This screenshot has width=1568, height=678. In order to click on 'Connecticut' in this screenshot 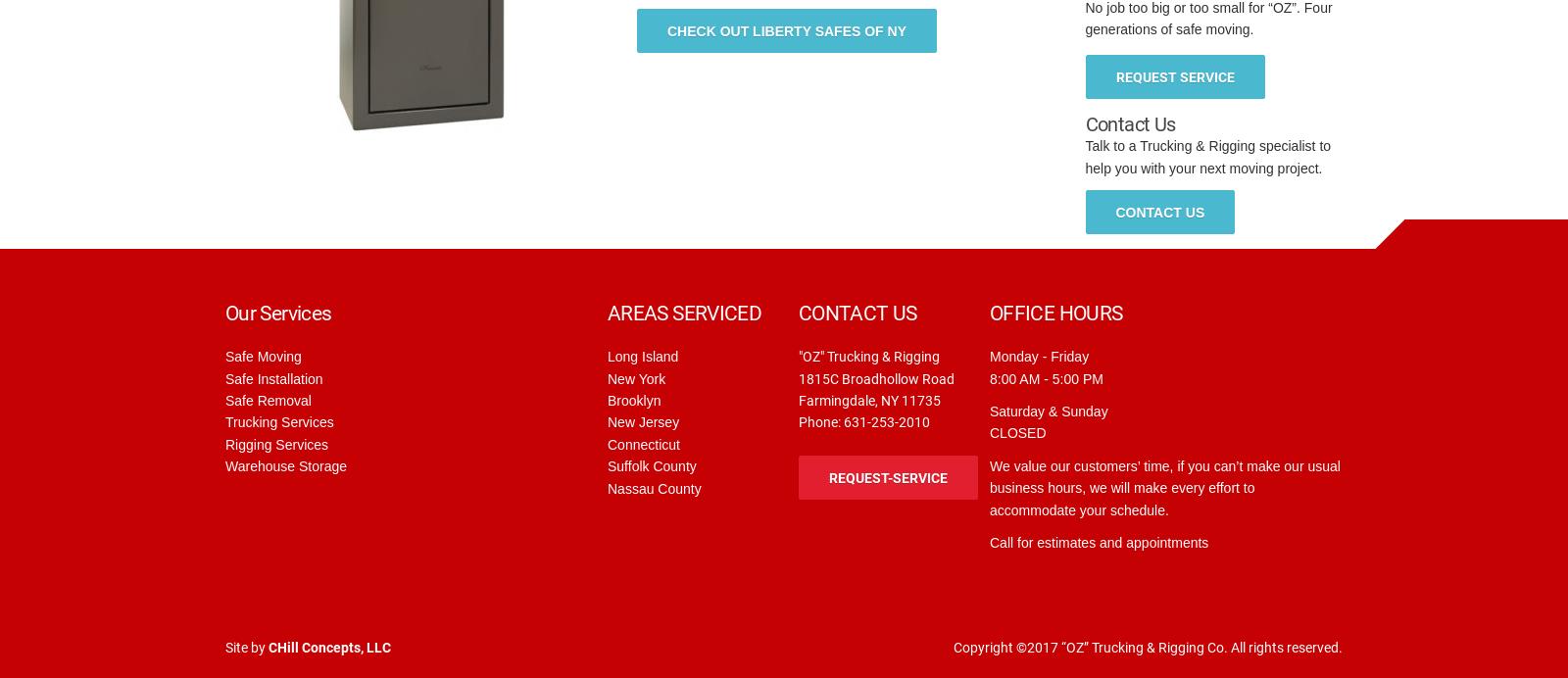, I will do `click(643, 443)`.